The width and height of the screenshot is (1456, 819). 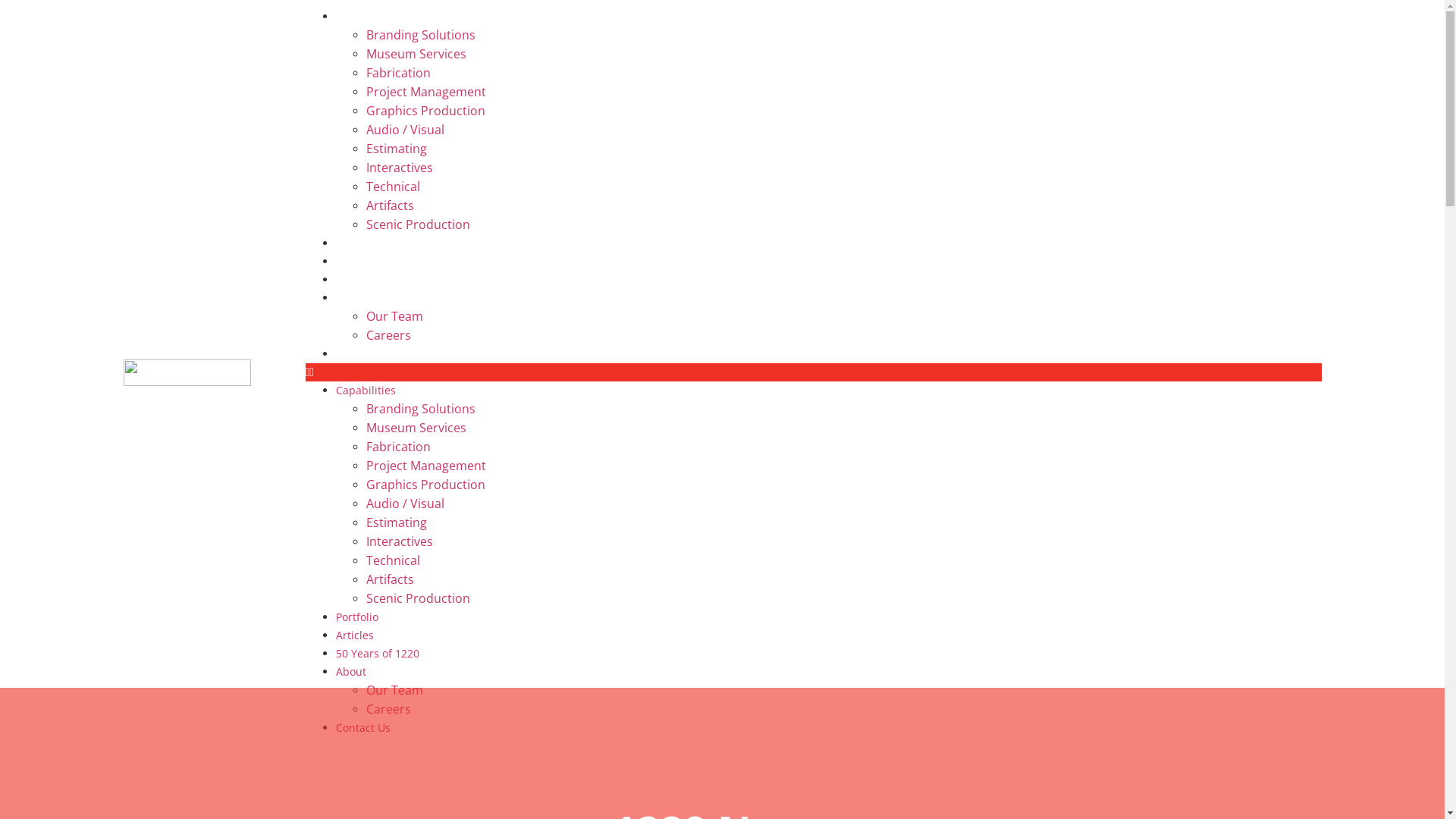 I want to click on 'Portfolio', so click(x=334, y=242).